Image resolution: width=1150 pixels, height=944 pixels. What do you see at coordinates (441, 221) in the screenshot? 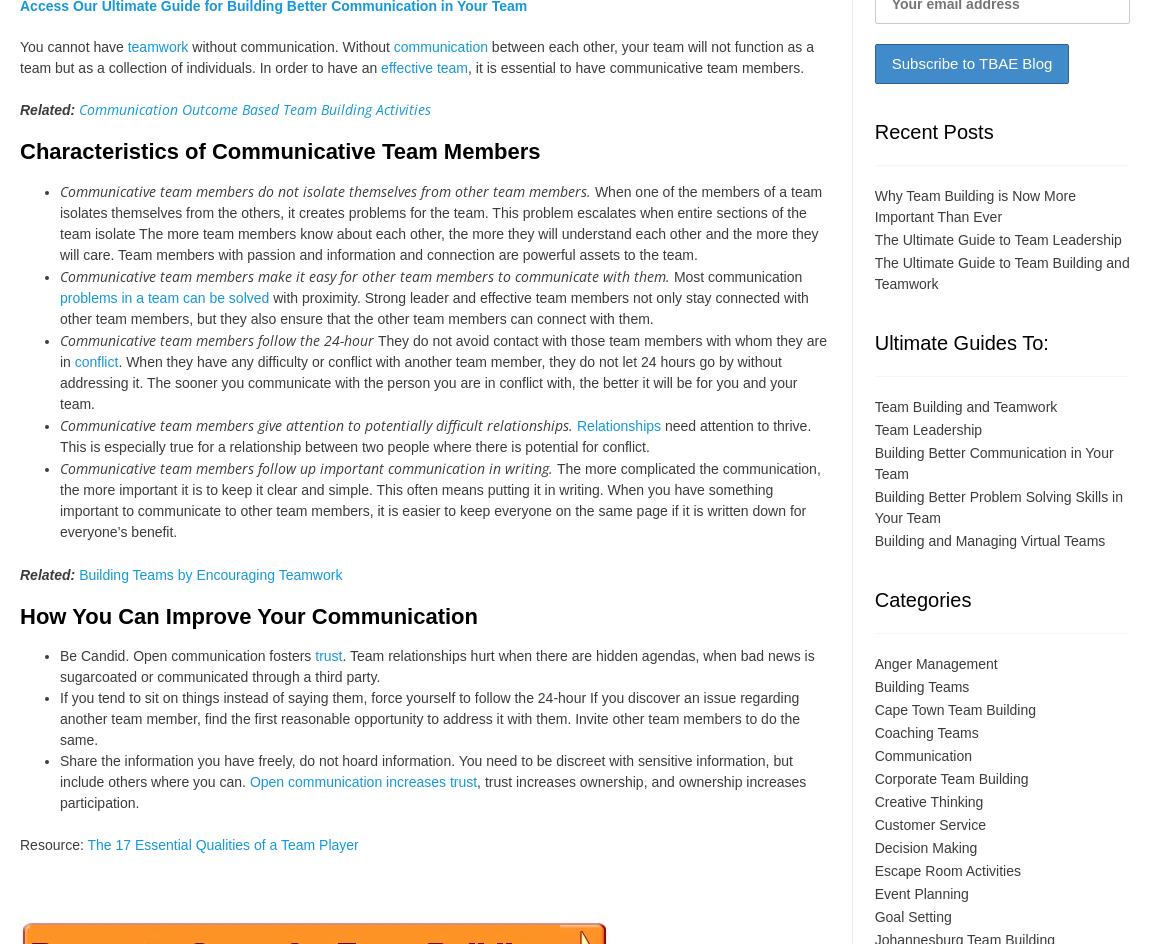
I see `'When one of the members of a team isolates themselves from the others, it creates problems for the team. This problem escalates when entire sections of the team isolate The more team members know about each other, the more they will understand each other and the more they will care. Team members with passion and information and connection are powerful assets to the team.'` at bounding box center [441, 221].